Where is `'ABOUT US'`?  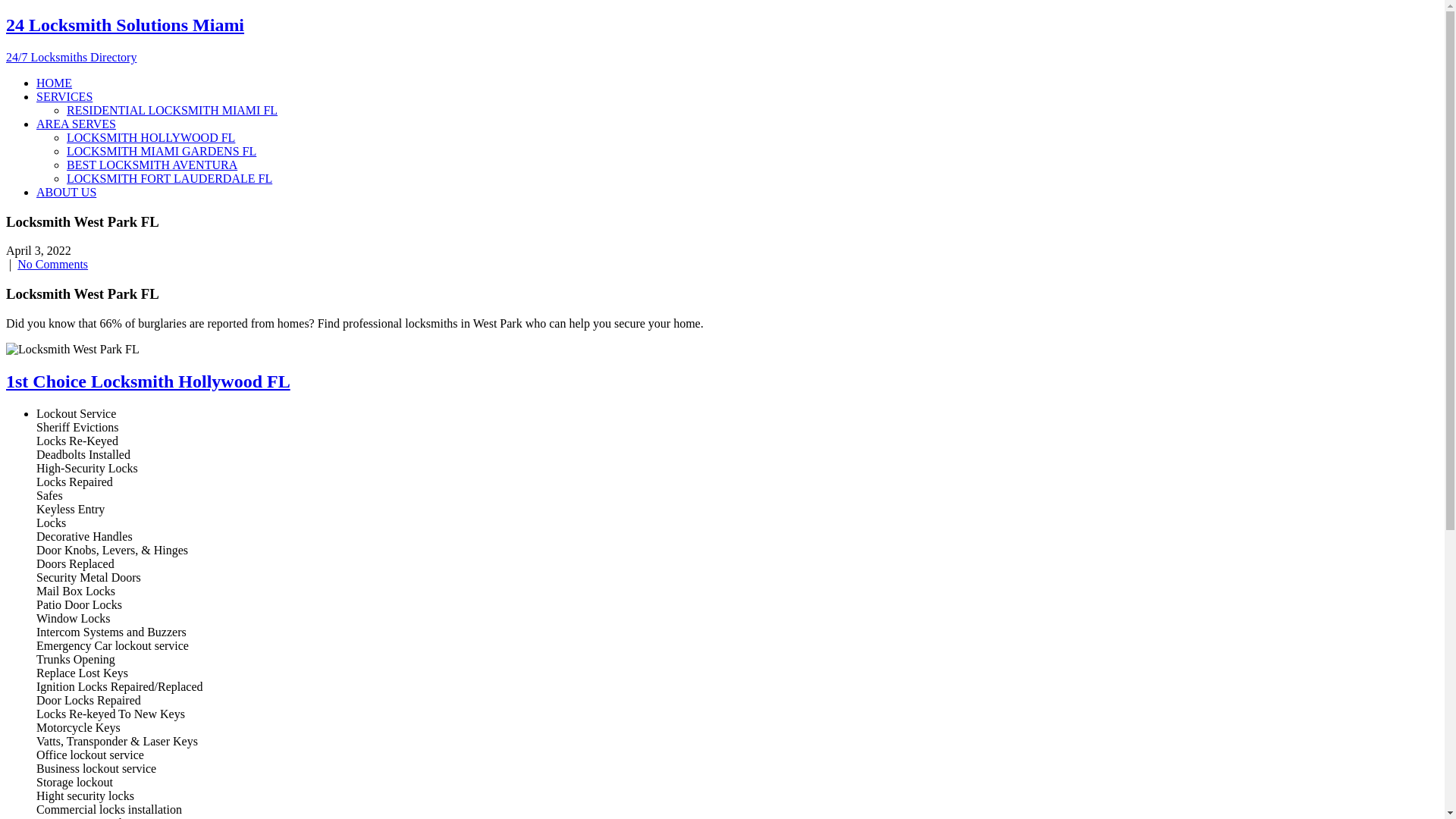 'ABOUT US' is located at coordinates (36, 191).